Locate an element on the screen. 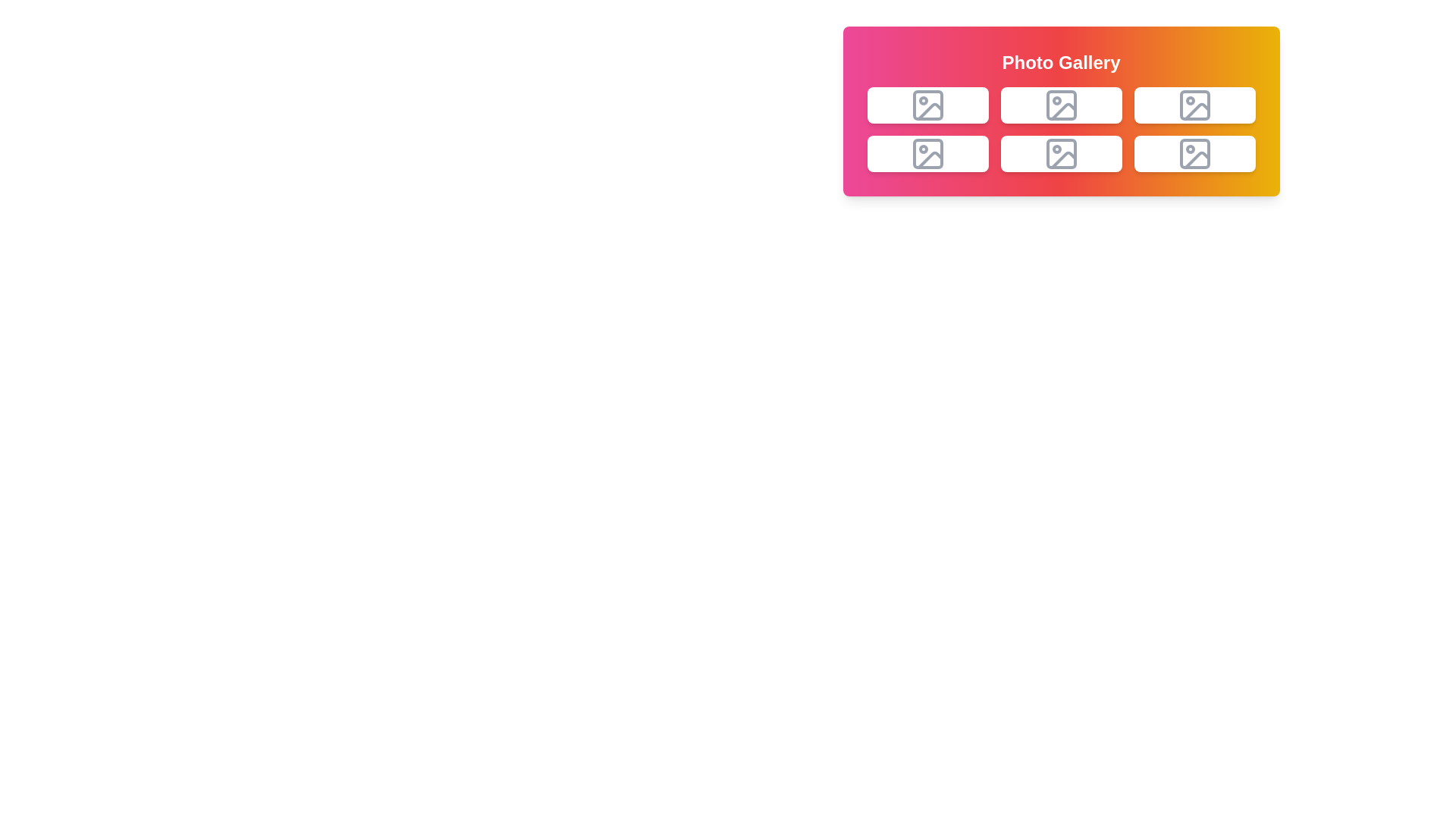 The height and width of the screenshot is (819, 1456). the 'view' or 'preview' icon located at the bottom right corner of the grid in the 'Photo Gallery' section, which enables users is located at coordinates (1174, 154).